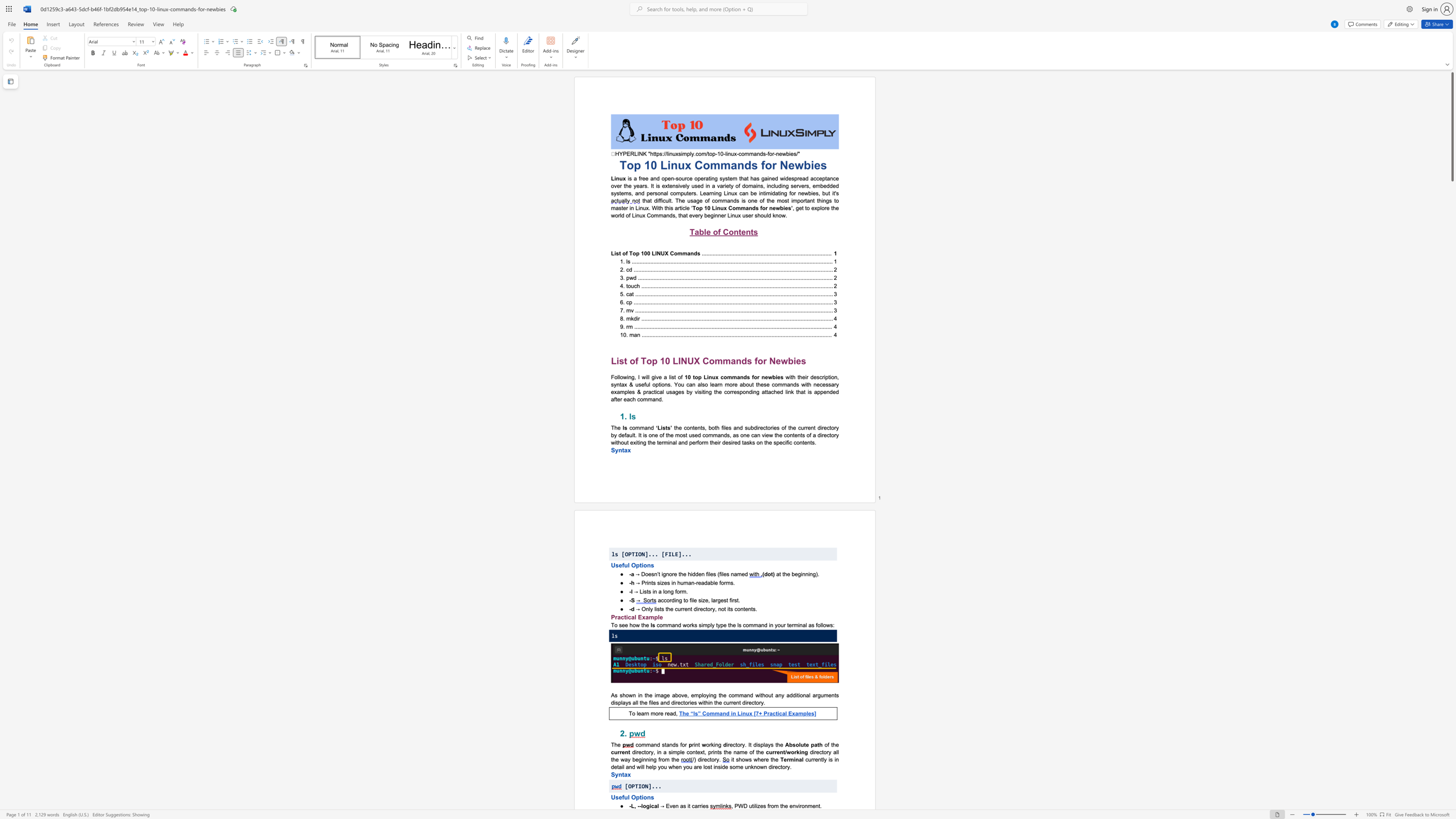  Describe the element at coordinates (669, 805) in the screenshot. I see `the subset text "ven a" within the text "→ Even as it carries"` at that location.